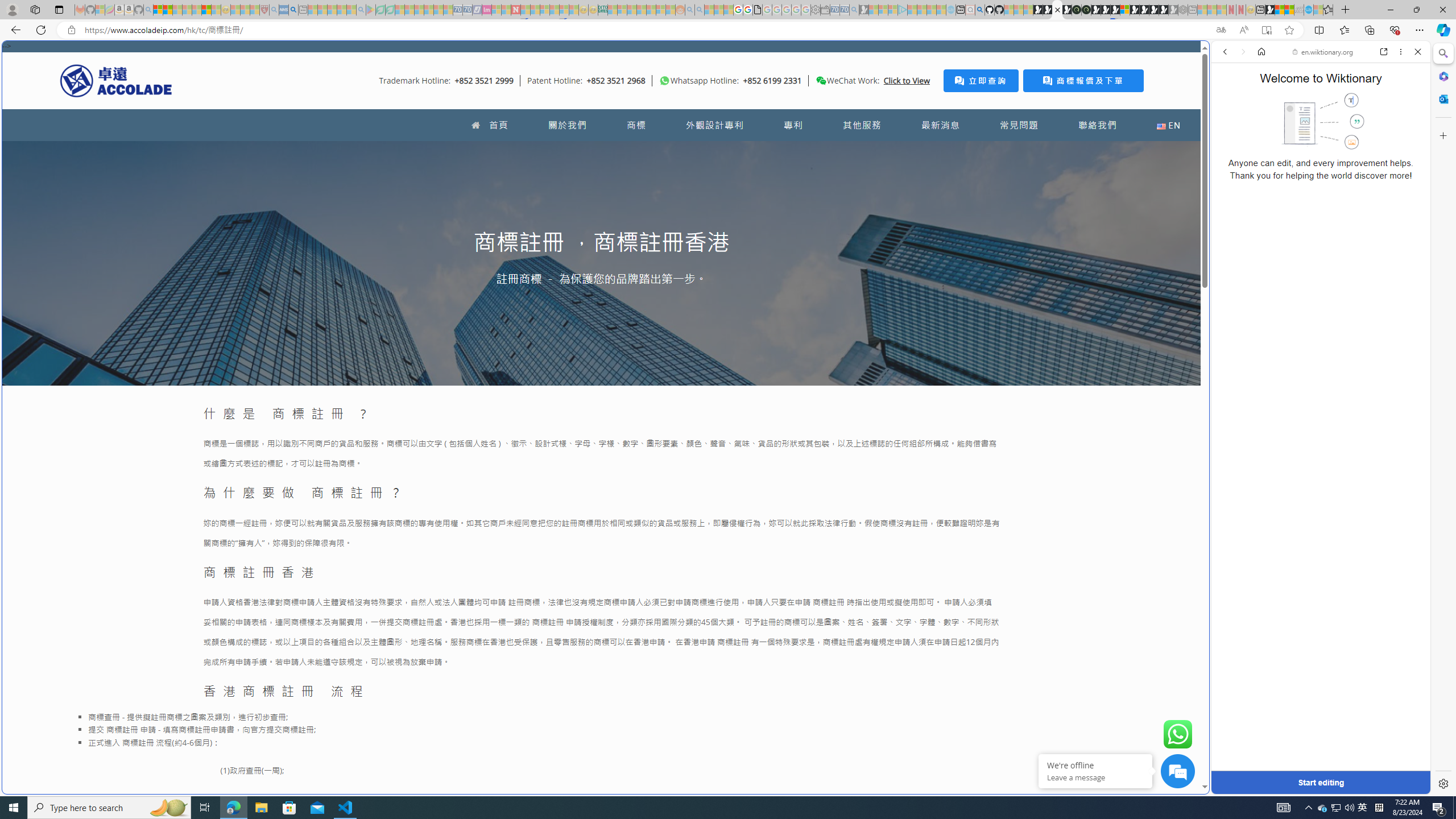 The width and height of the screenshot is (1456, 819). What do you see at coordinates (950, 9) in the screenshot?
I see `'Home | Sky Blue Bikes - Sky Blue Bikes - Sleeping'` at bounding box center [950, 9].